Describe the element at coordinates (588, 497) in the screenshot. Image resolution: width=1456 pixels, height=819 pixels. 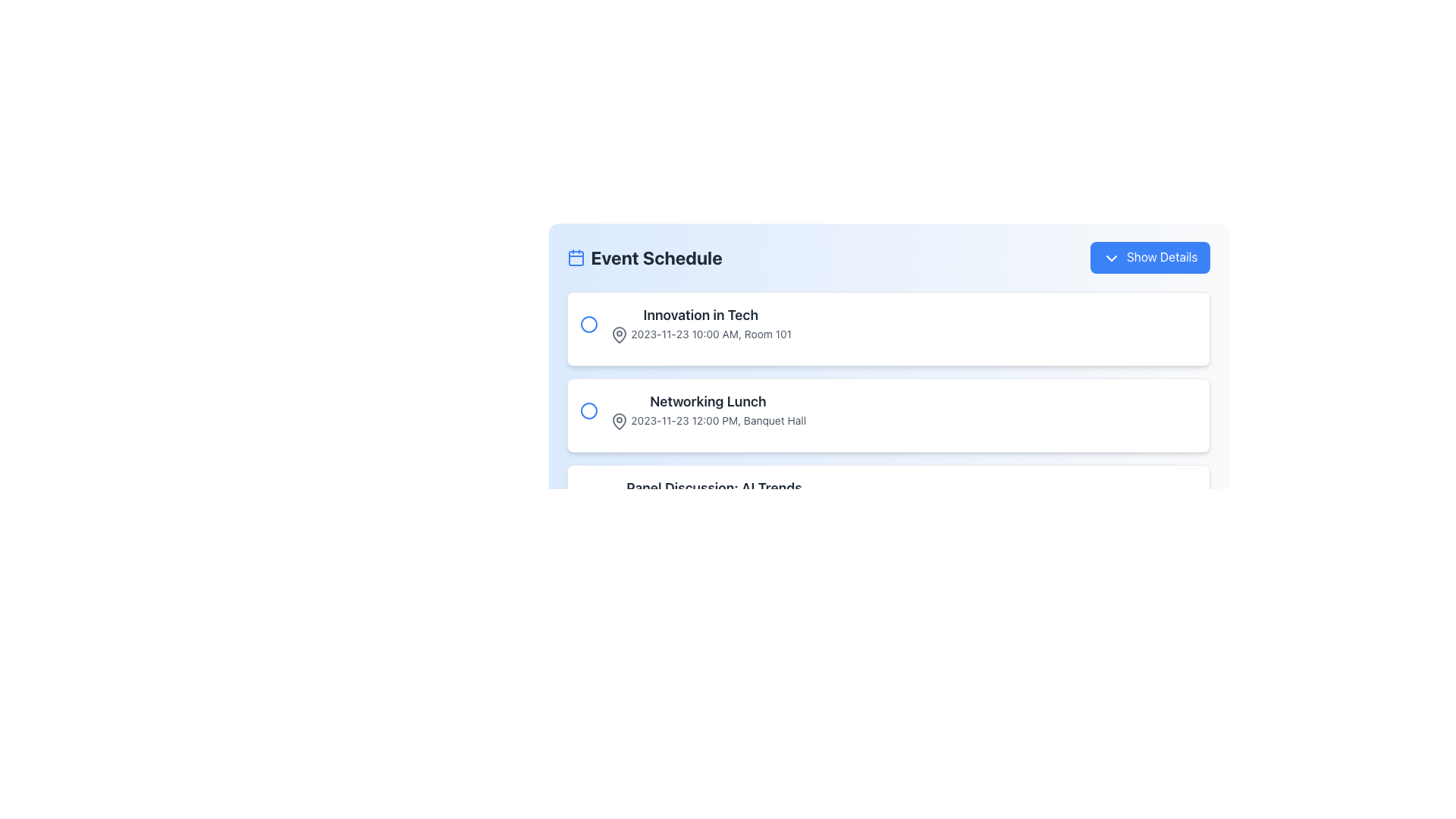
I see `the status circle located to the left of the event title in the third visible event entry` at that location.